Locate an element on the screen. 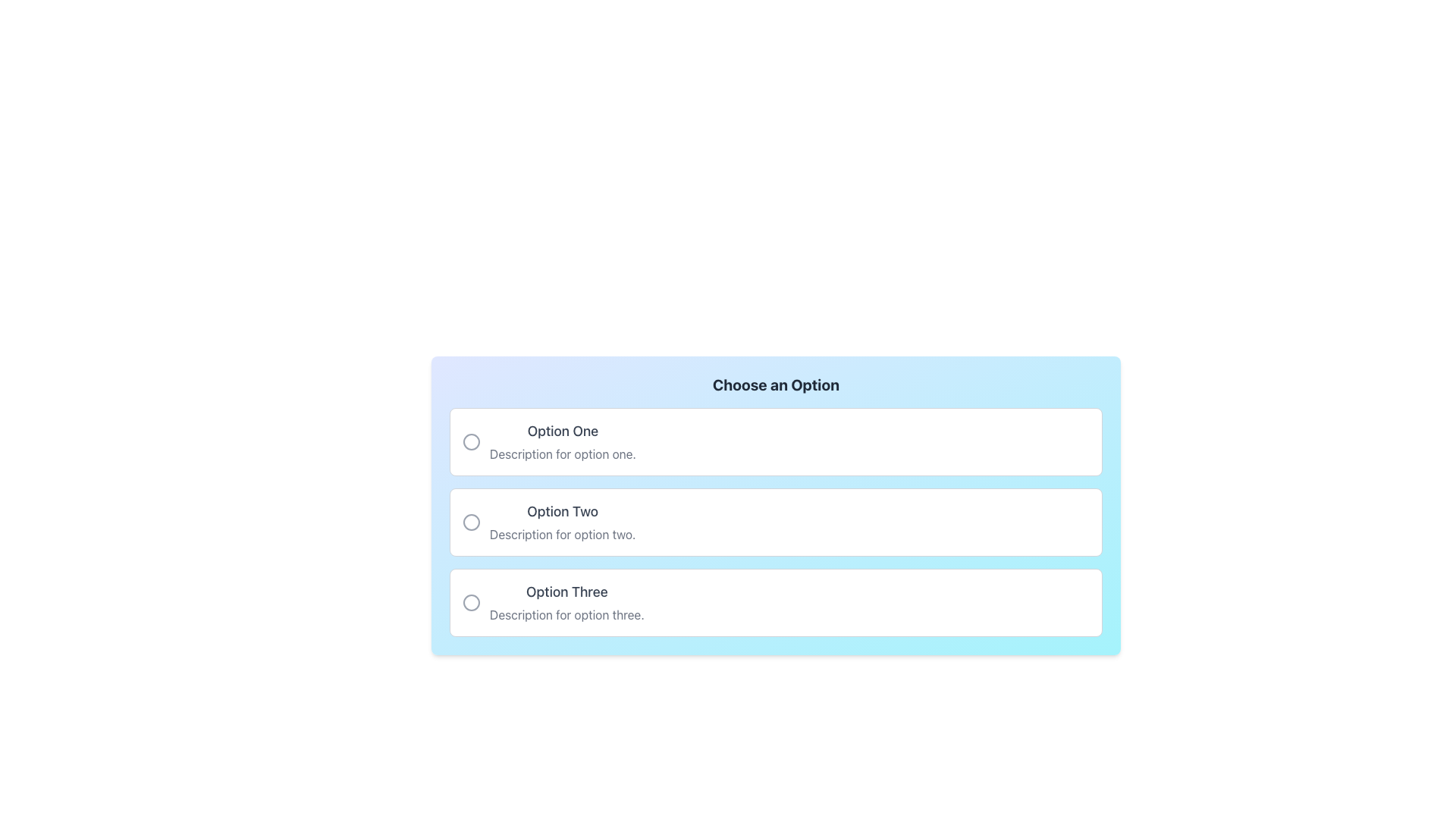 The width and height of the screenshot is (1456, 819). the central selection interface containing radio buttons for user options is located at coordinates (776, 506).